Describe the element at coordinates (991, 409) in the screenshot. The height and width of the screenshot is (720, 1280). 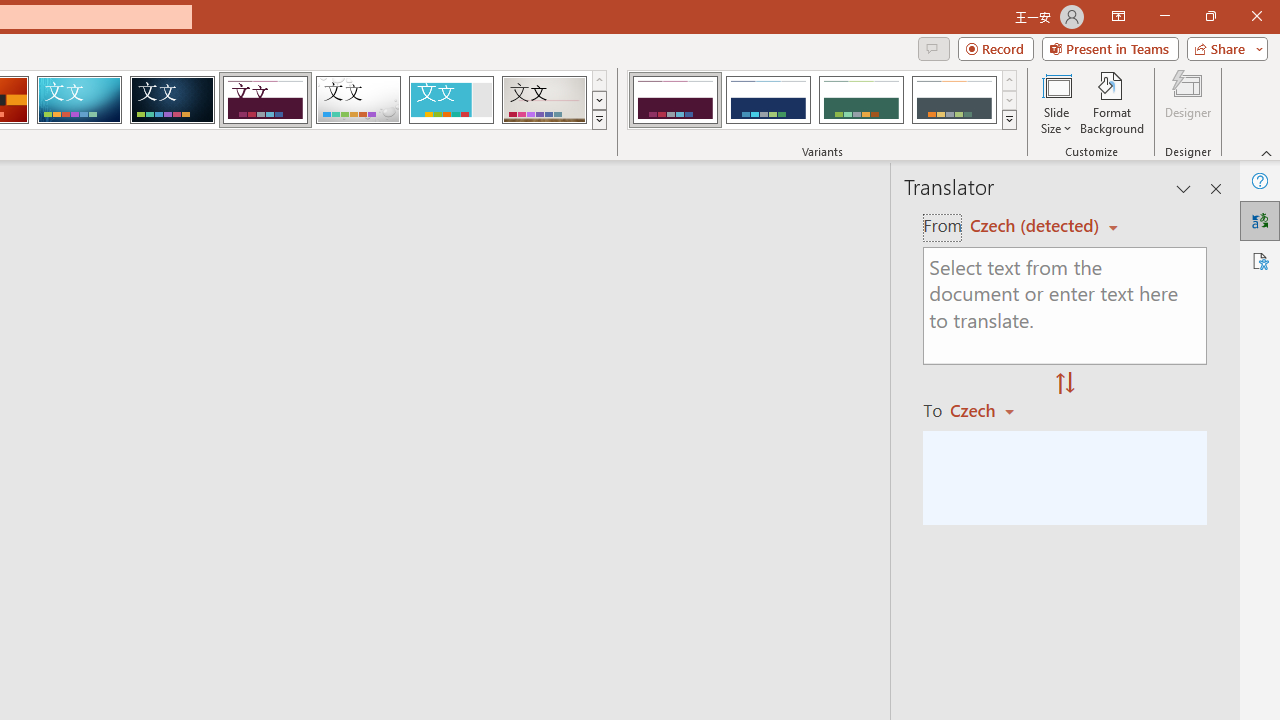
I see `'Czech'` at that location.